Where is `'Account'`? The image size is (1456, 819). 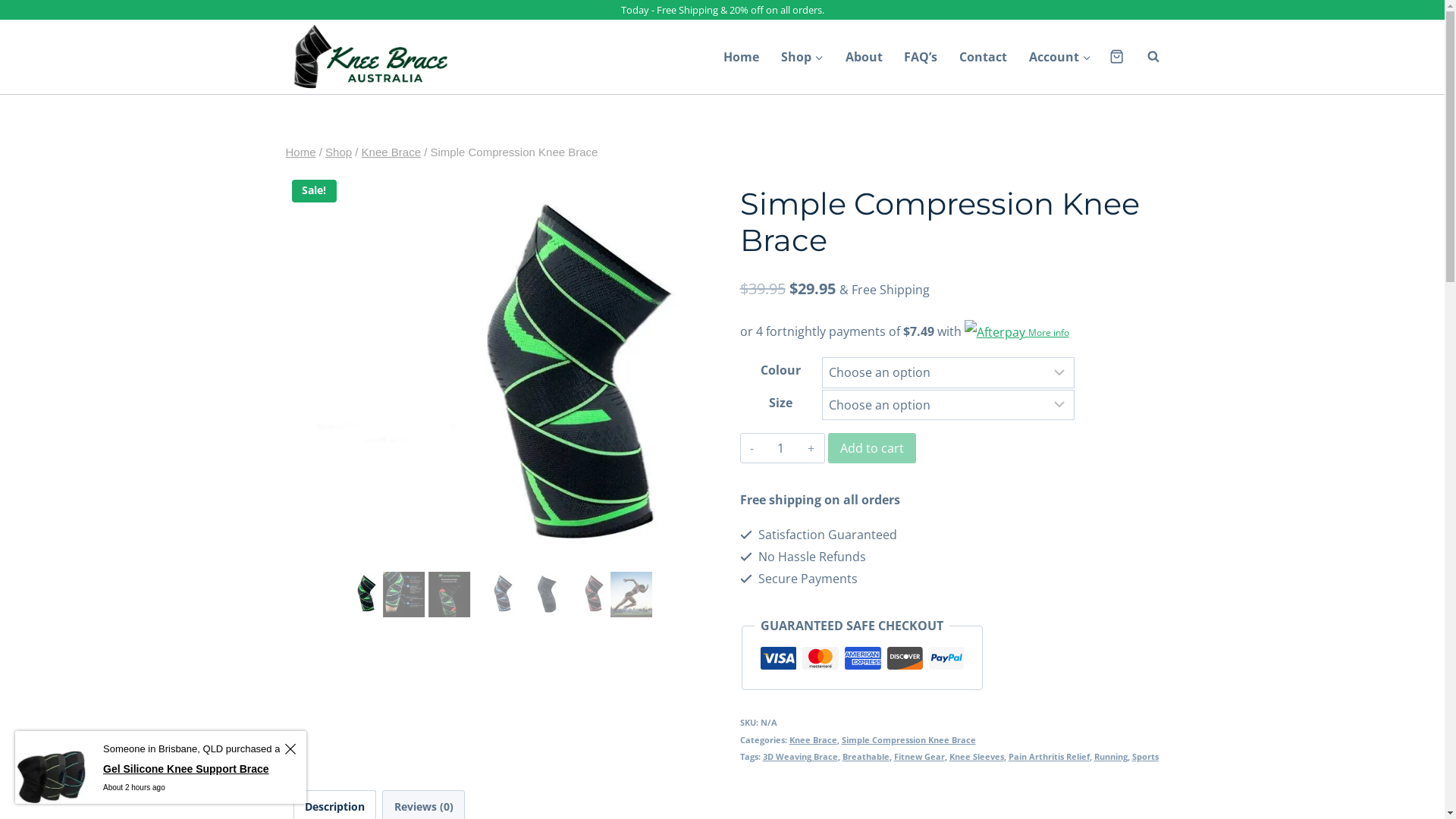
'Account' is located at coordinates (1059, 55).